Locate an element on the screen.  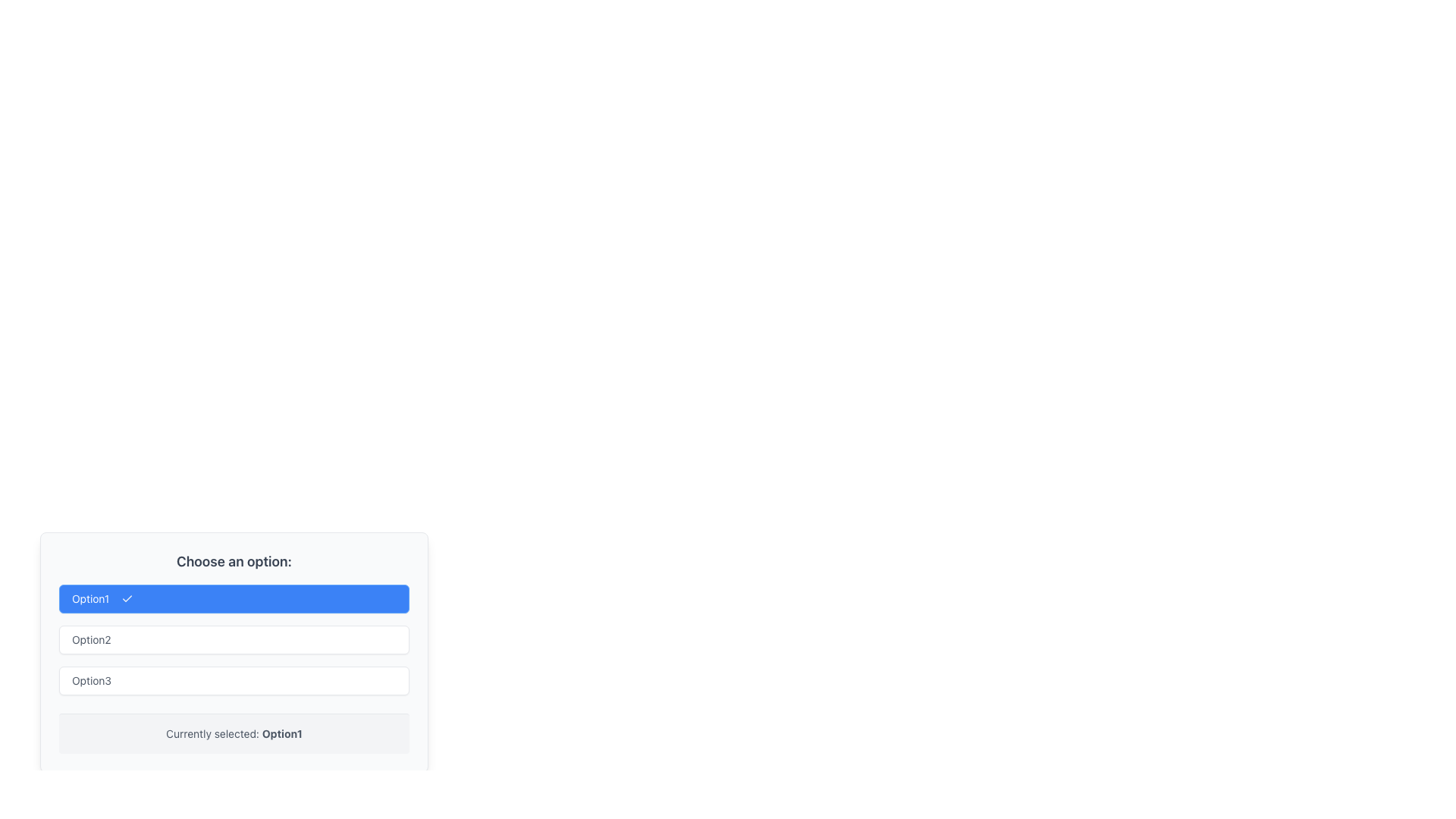
the text element reading 'Option1' is located at coordinates (282, 733).